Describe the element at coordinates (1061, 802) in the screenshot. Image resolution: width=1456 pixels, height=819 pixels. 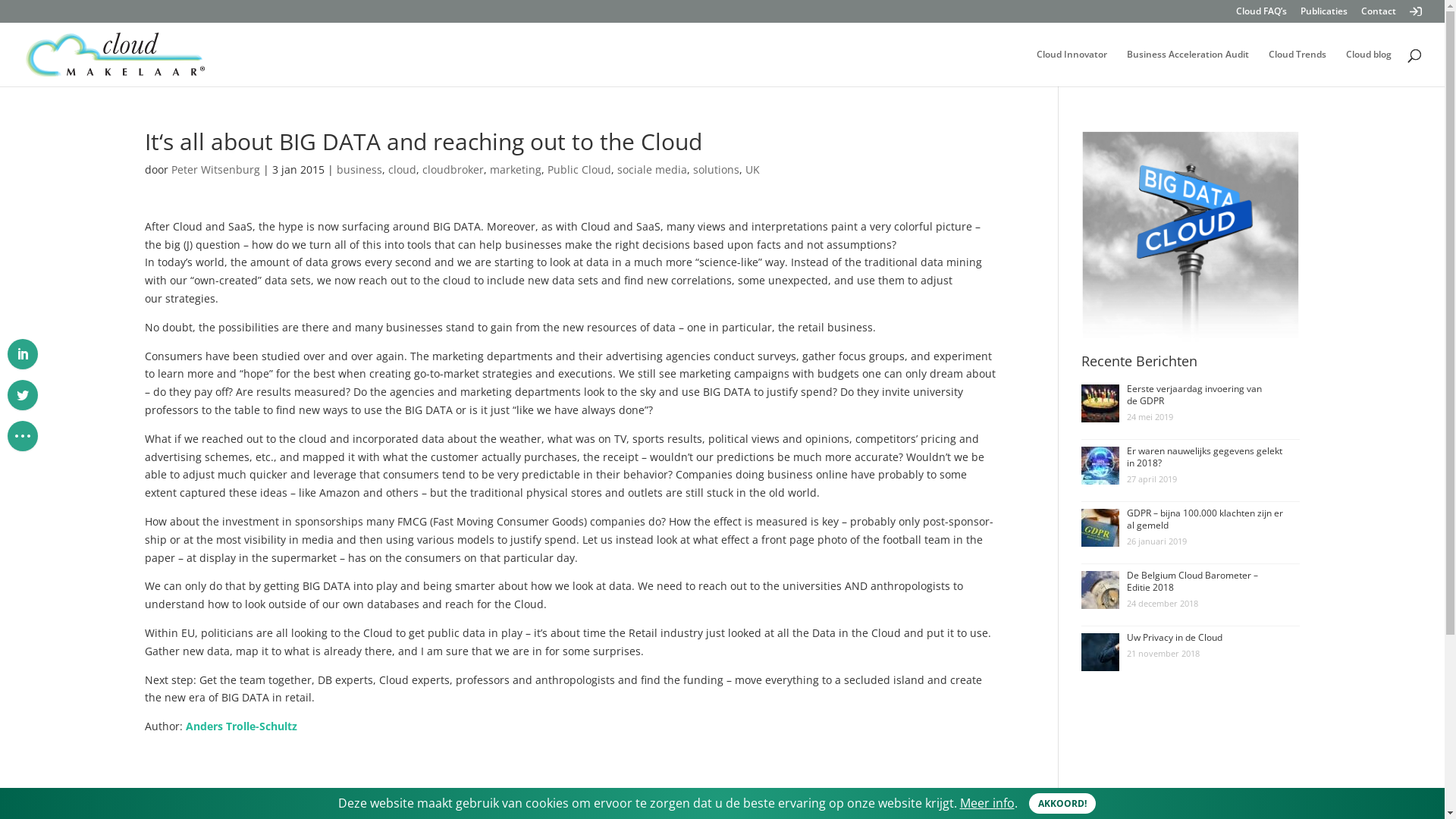
I see `'AKKOORD!'` at that location.